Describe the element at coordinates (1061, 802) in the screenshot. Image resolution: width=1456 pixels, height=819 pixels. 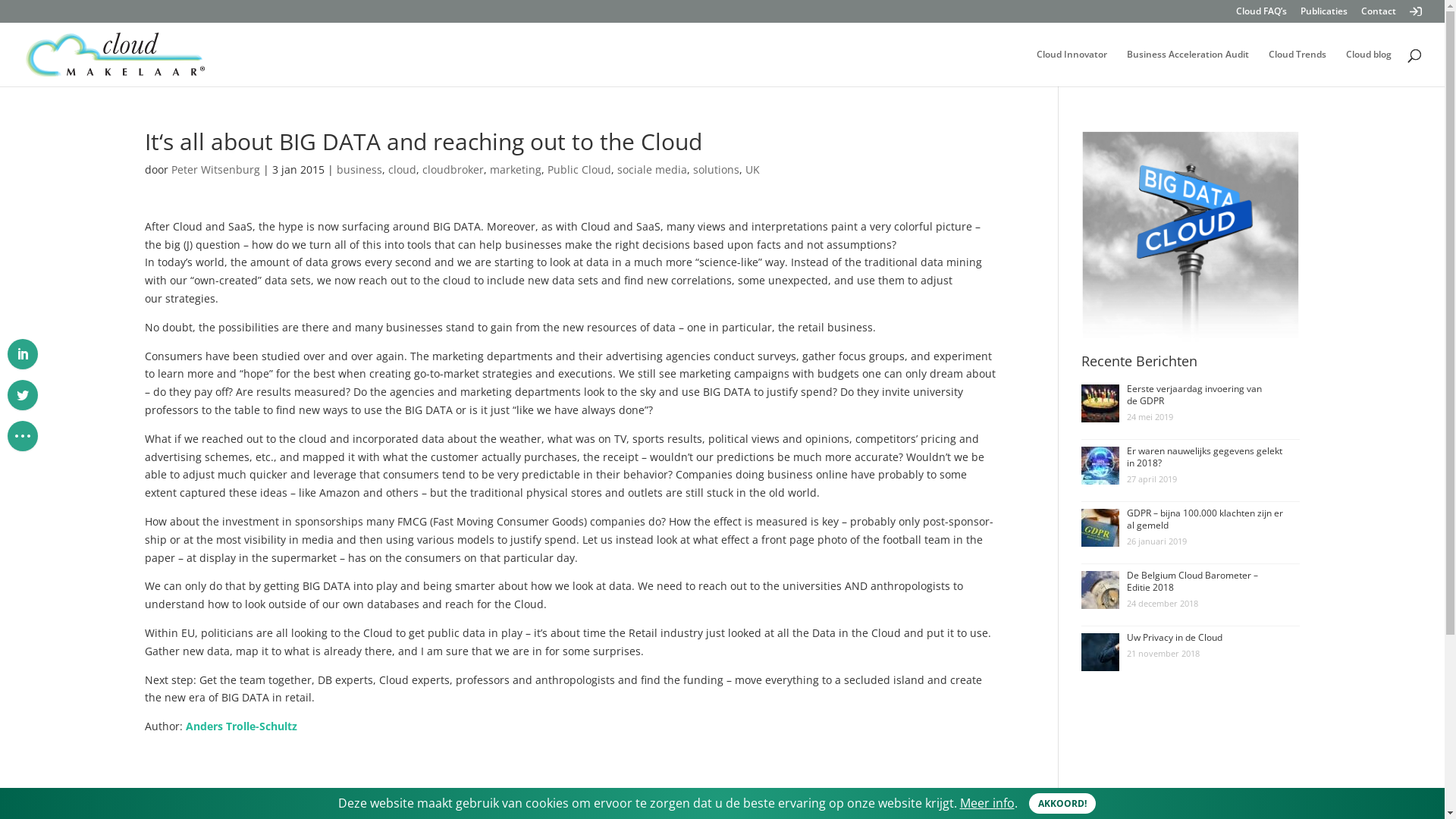
I see `'AKKOORD!'` at that location.